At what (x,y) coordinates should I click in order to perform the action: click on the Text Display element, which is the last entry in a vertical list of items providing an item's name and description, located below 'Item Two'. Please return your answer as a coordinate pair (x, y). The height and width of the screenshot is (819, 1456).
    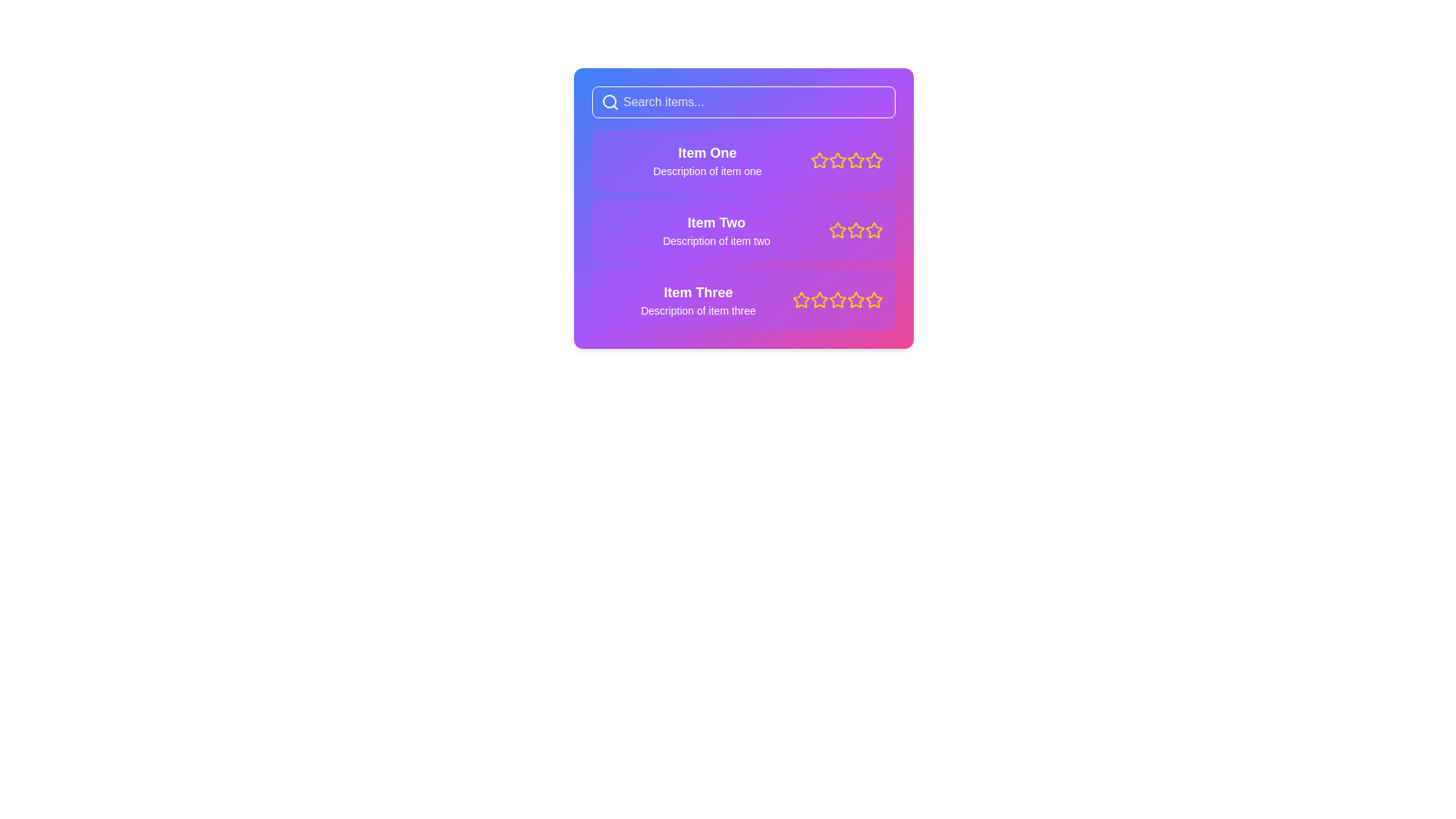
    Looking at the image, I should click on (698, 300).